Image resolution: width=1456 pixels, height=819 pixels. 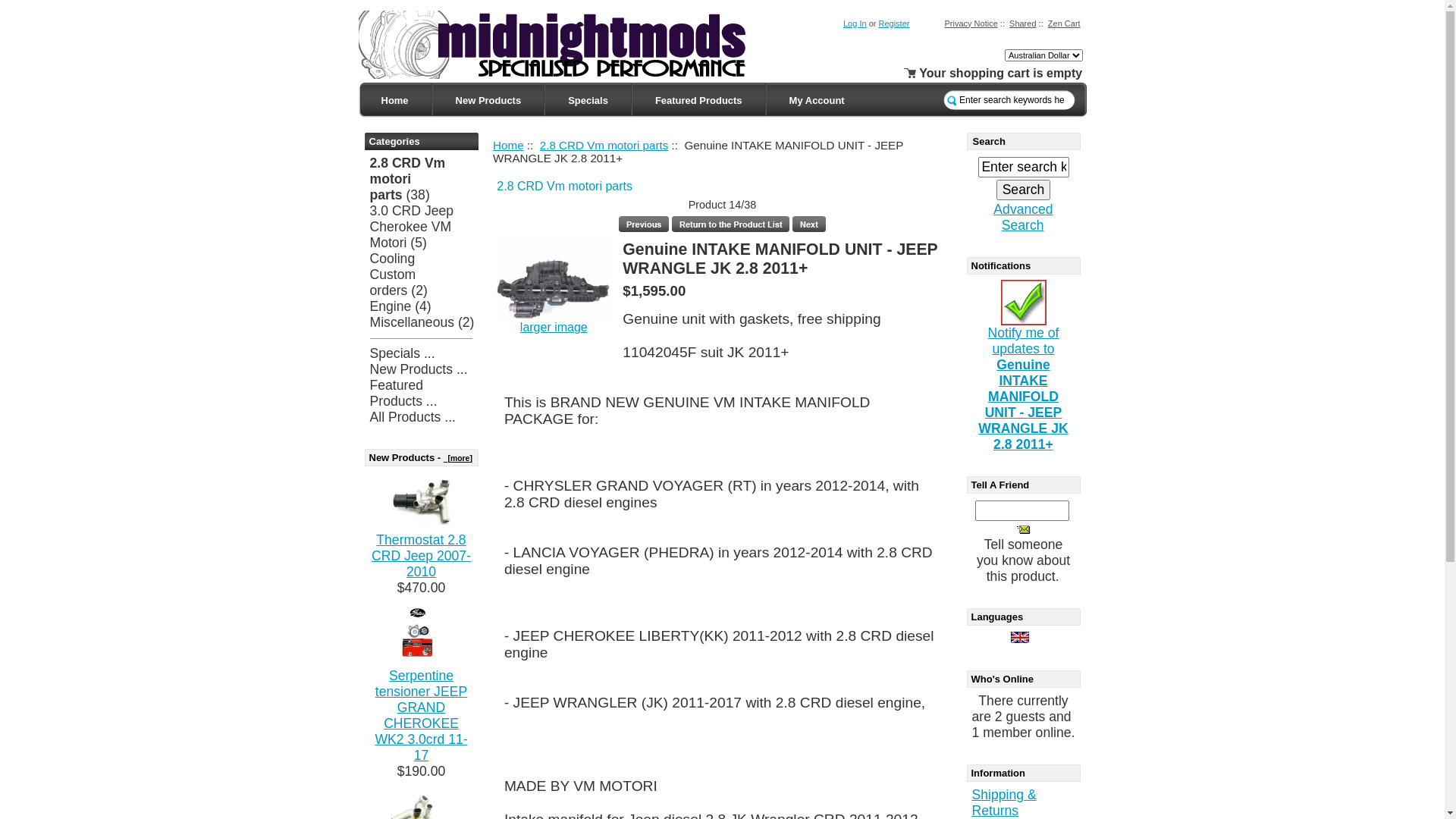 What do you see at coordinates (496, 278) in the screenshot?
I see `' Genuine INTAKE MANIFOLD UNIT - JEEP WRANGLE JK 2.8 2011+ '` at bounding box center [496, 278].